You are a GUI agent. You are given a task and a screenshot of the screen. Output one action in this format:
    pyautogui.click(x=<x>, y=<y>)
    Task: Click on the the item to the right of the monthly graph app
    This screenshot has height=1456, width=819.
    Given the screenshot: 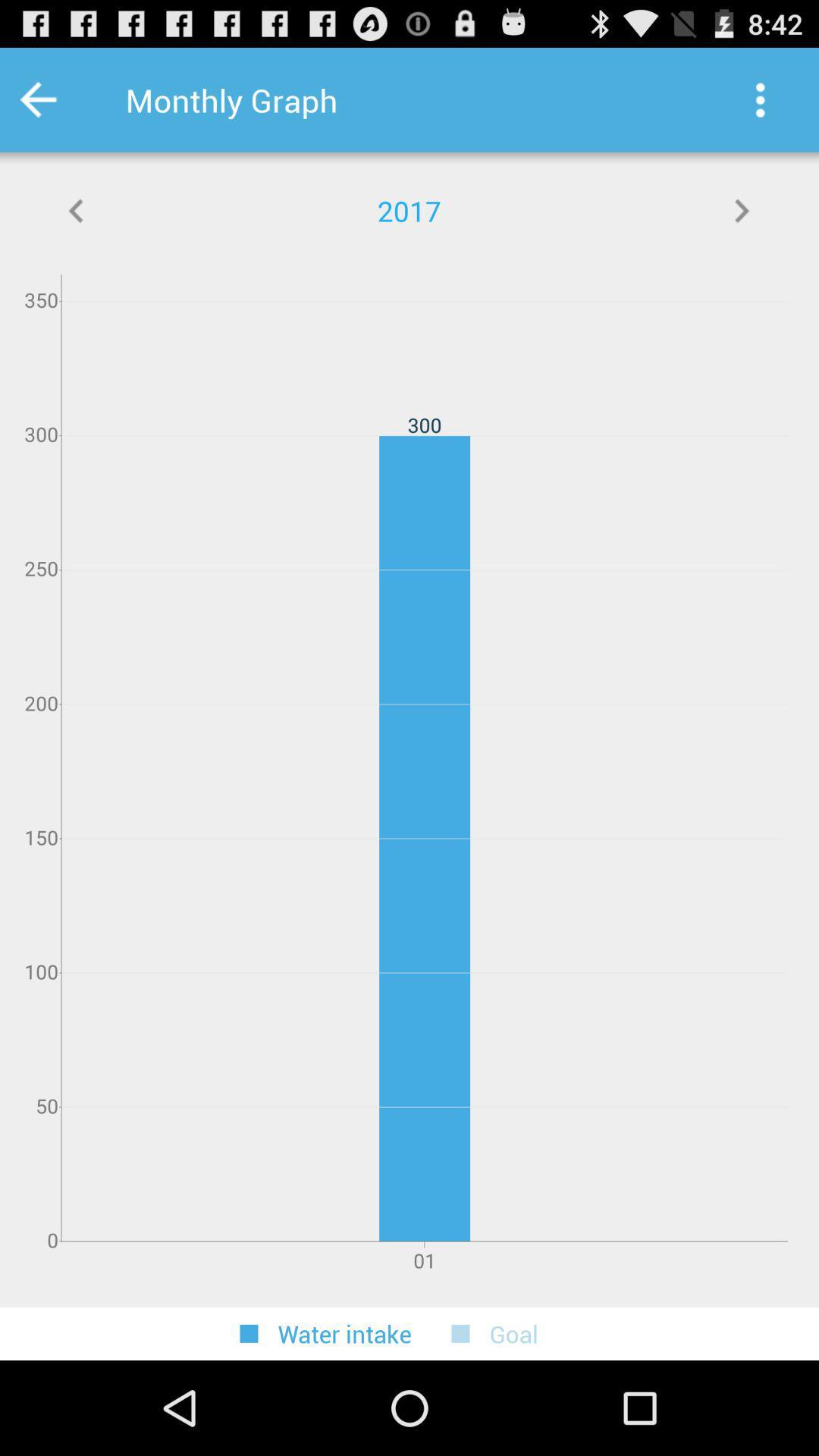 What is the action you would take?
    pyautogui.click(x=760, y=99)
    